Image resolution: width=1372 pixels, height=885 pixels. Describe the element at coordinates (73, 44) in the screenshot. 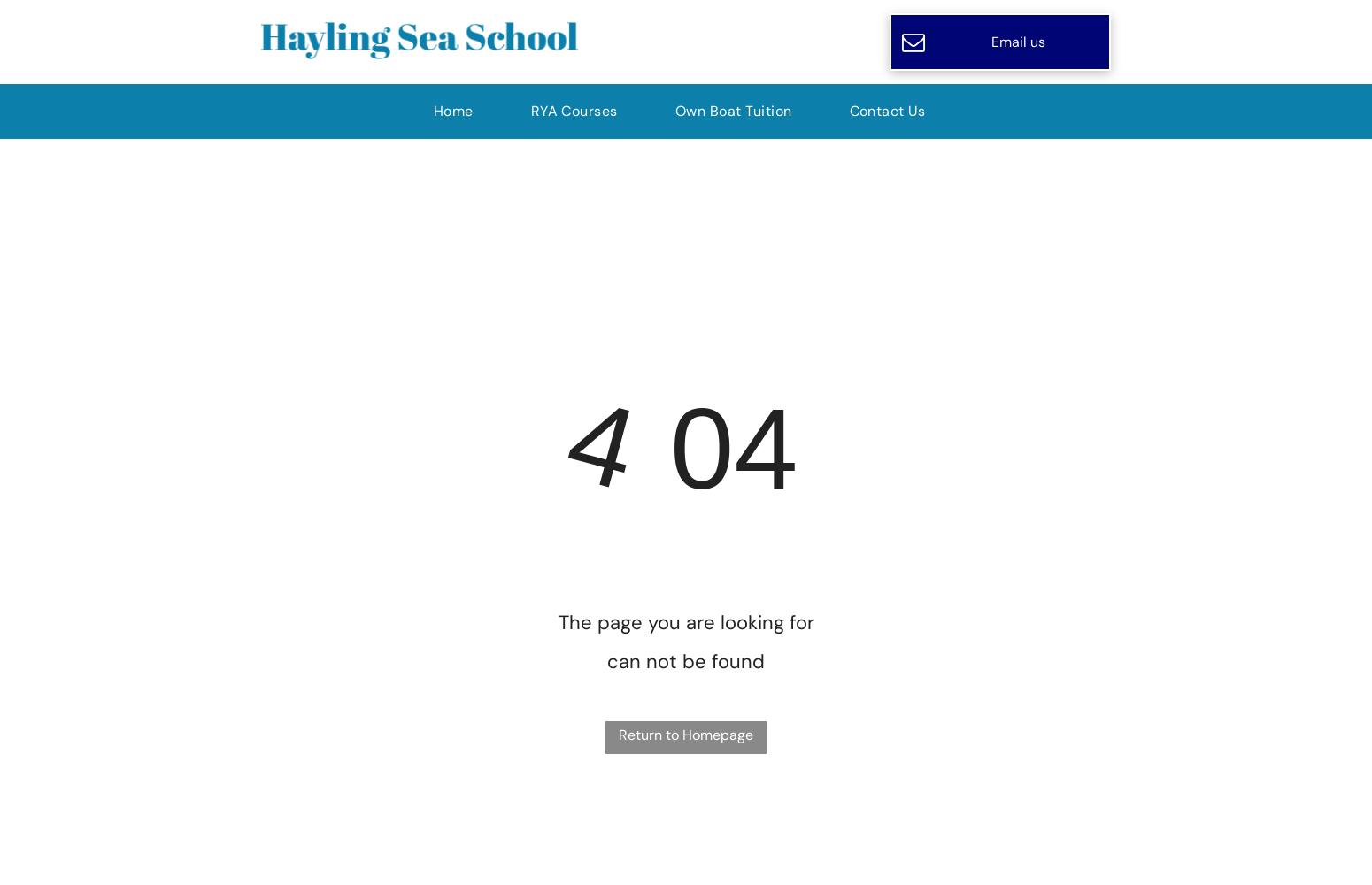

I see `'Share by:'` at that location.